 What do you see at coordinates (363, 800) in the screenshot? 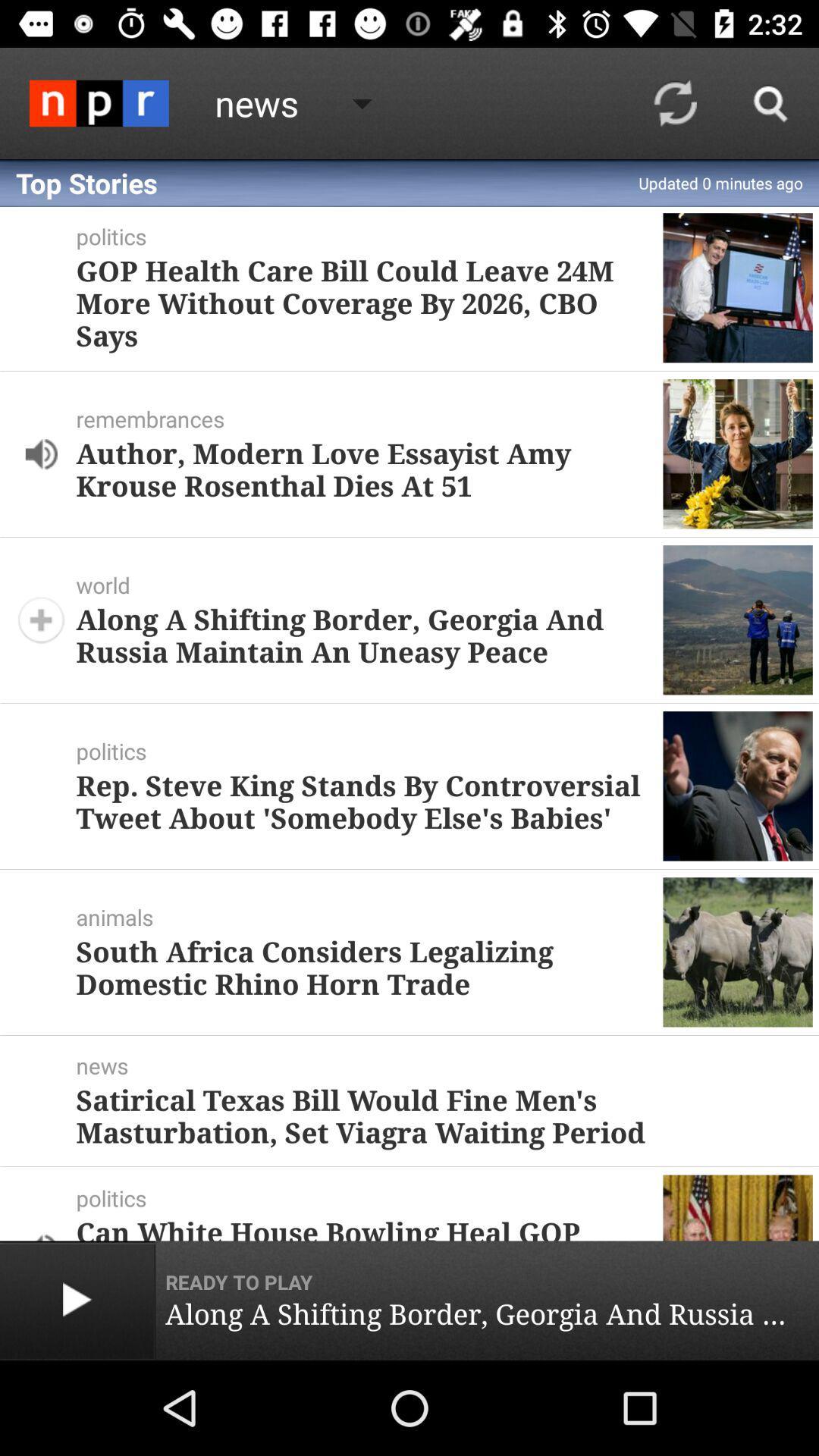
I see `the icon above animals` at bounding box center [363, 800].